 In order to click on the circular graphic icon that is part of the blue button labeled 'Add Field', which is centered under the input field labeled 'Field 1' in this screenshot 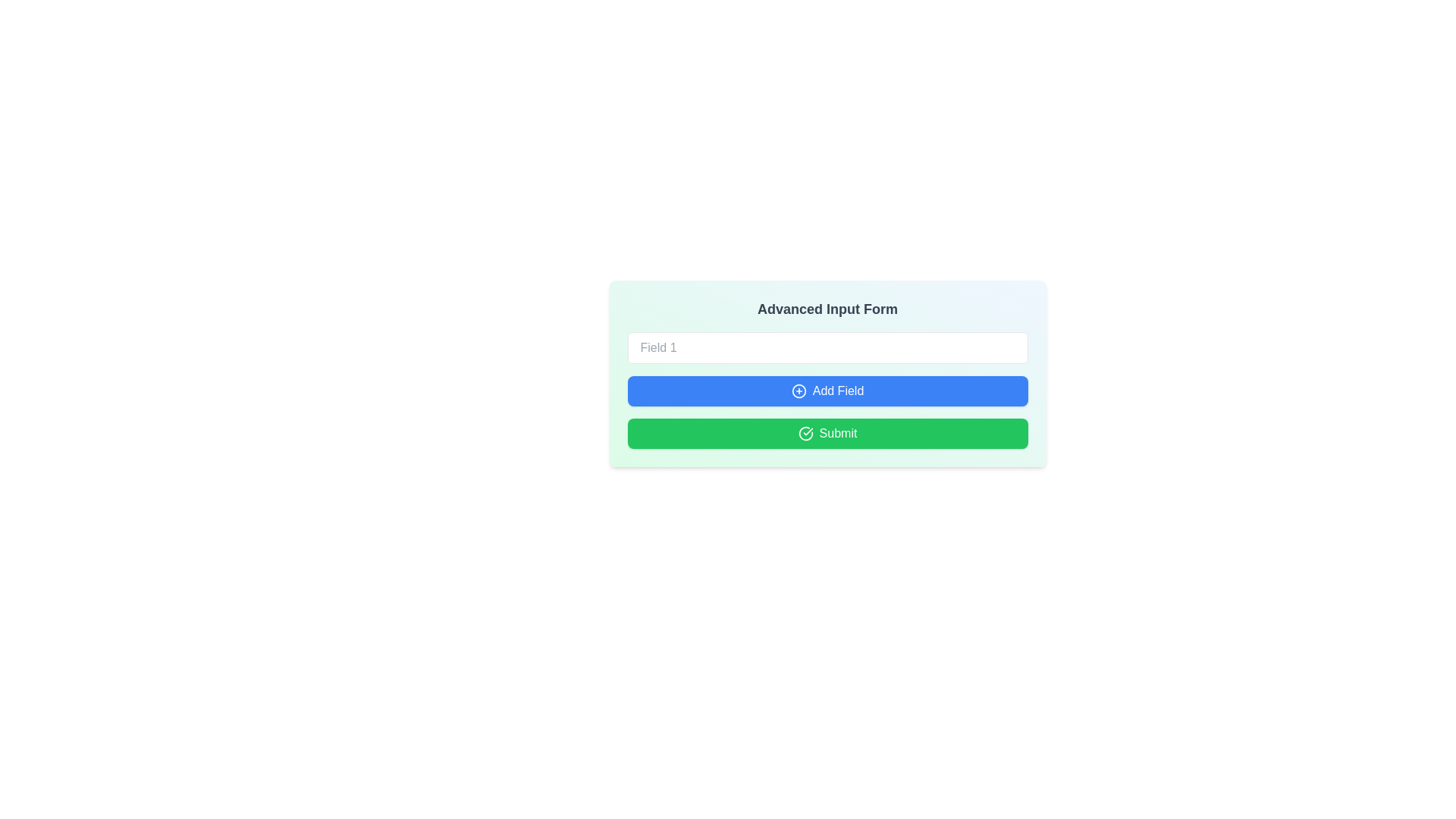, I will do `click(798, 391)`.